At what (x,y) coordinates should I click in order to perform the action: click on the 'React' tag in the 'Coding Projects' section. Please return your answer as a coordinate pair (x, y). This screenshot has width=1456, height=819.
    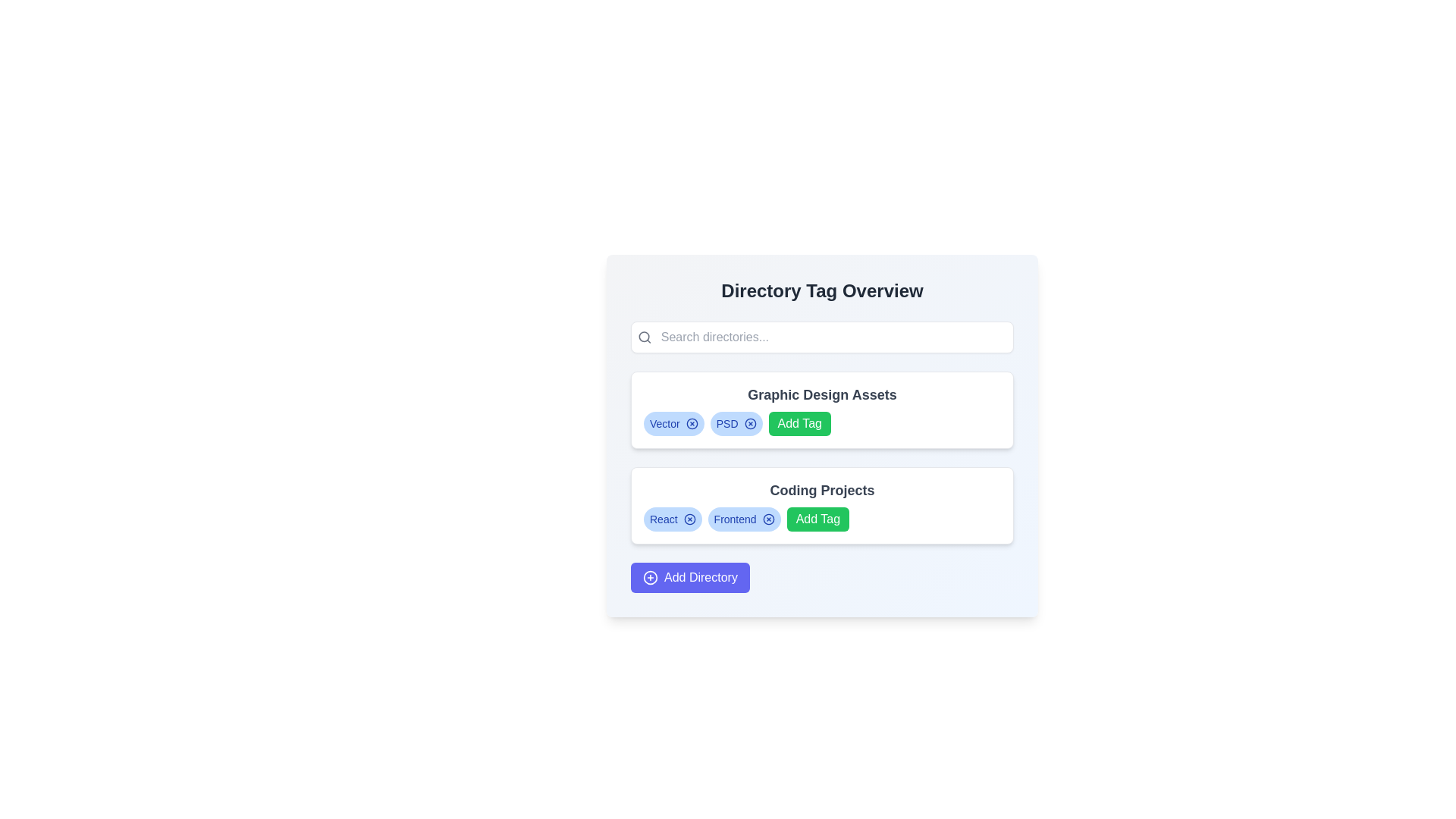
    Looking at the image, I should click on (672, 519).